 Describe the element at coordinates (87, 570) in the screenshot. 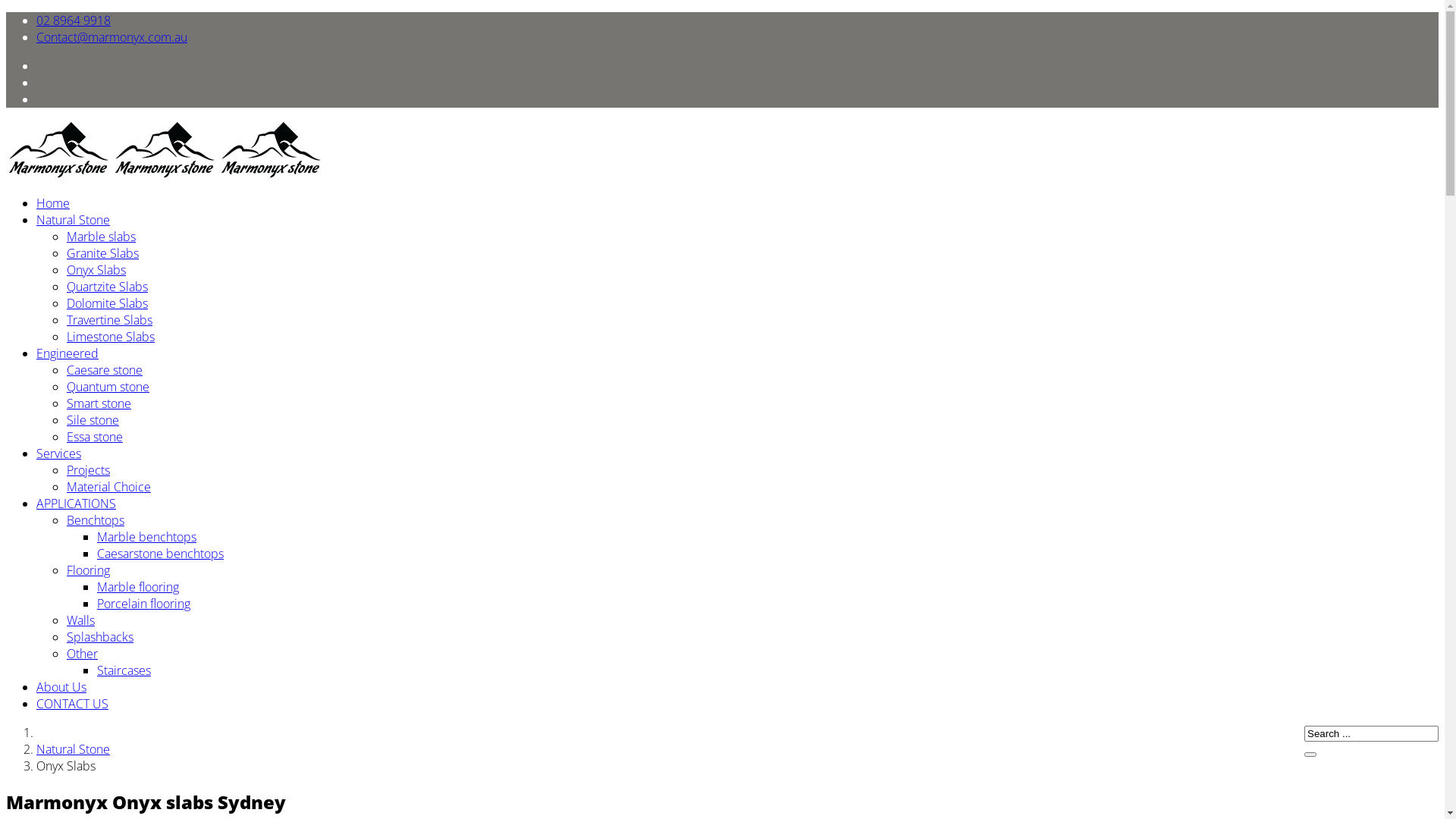

I see `'Flooring'` at that location.